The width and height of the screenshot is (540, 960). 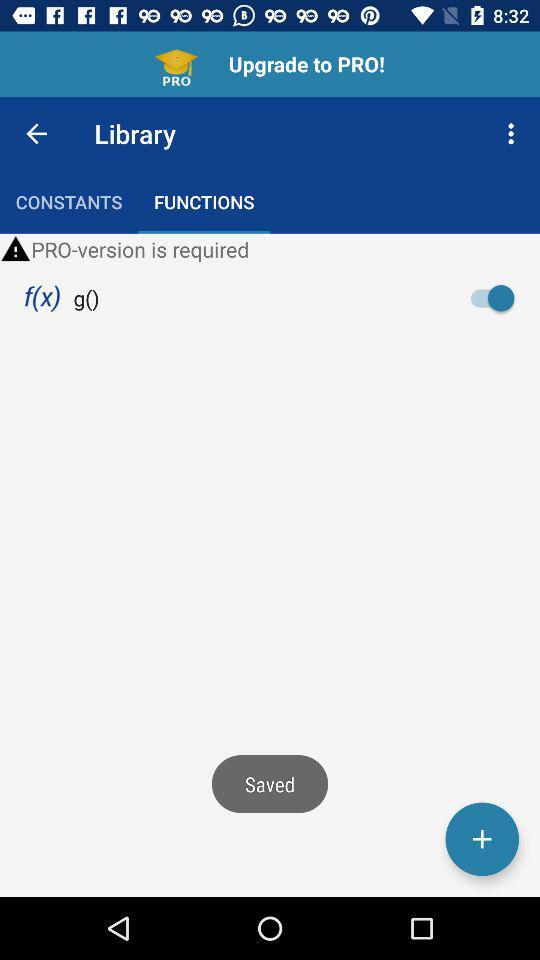 What do you see at coordinates (270, 248) in the screenshot?
I see `the pro version is` at bounding box center [270, 248].